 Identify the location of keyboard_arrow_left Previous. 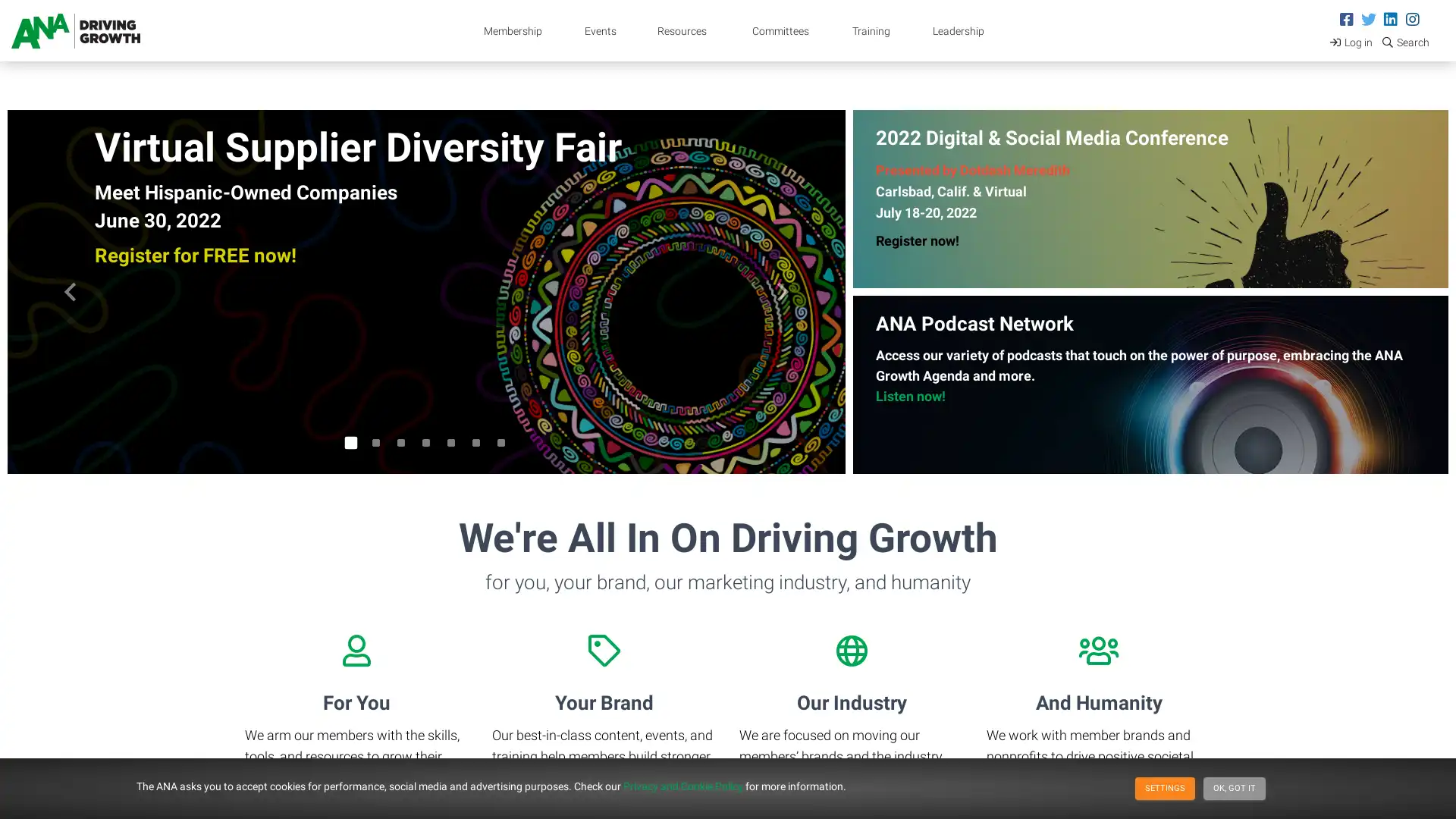
(69, 292).